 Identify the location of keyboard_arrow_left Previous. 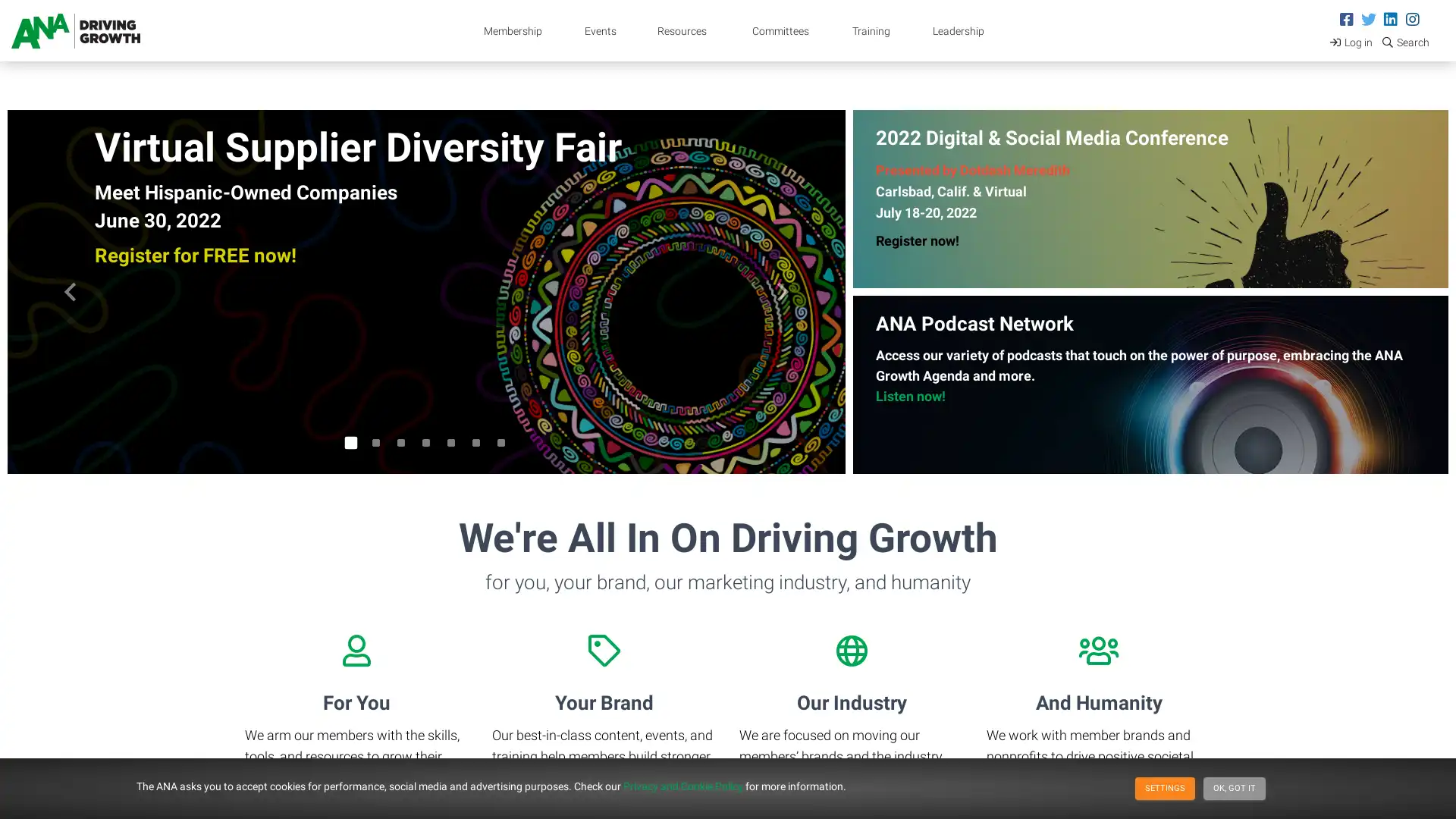
(69, 292).